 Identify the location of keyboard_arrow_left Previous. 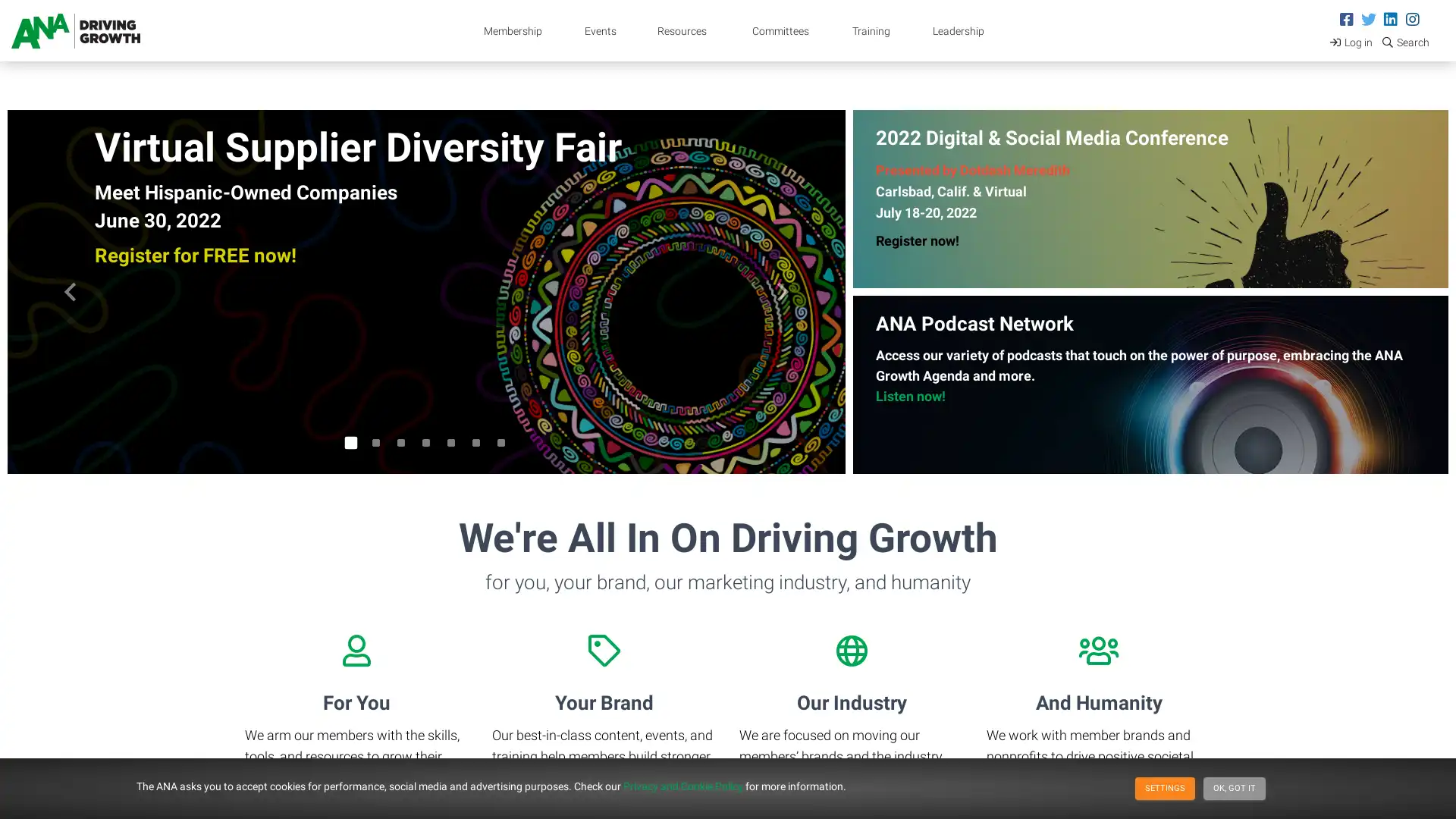
(69, 292).